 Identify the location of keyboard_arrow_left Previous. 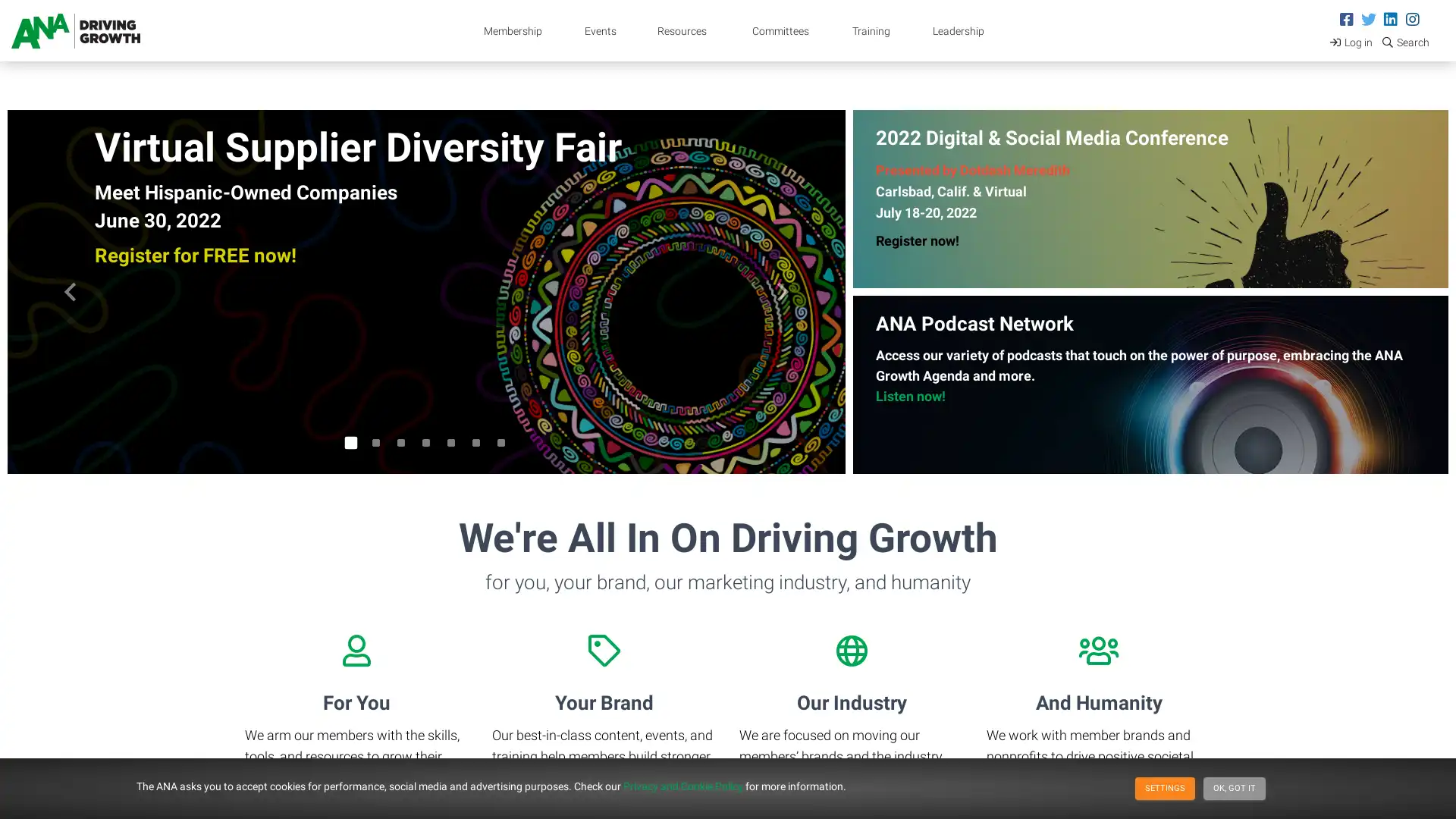
(69, 292).